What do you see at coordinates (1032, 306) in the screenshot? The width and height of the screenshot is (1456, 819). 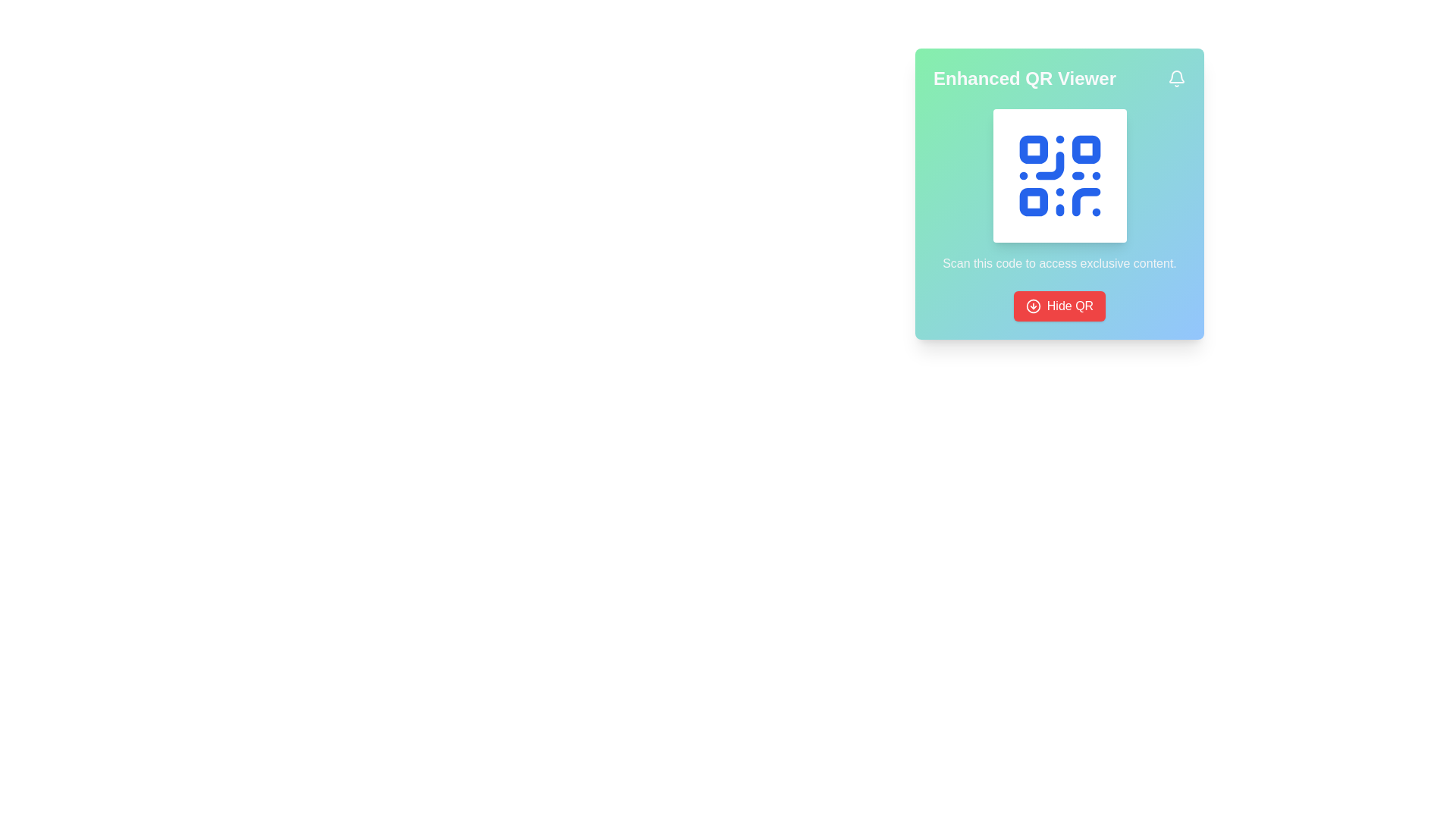 I see `the circular icon with a downward arrow located inside the red 'Hide QR' button` at bounding box center [1032, 306].